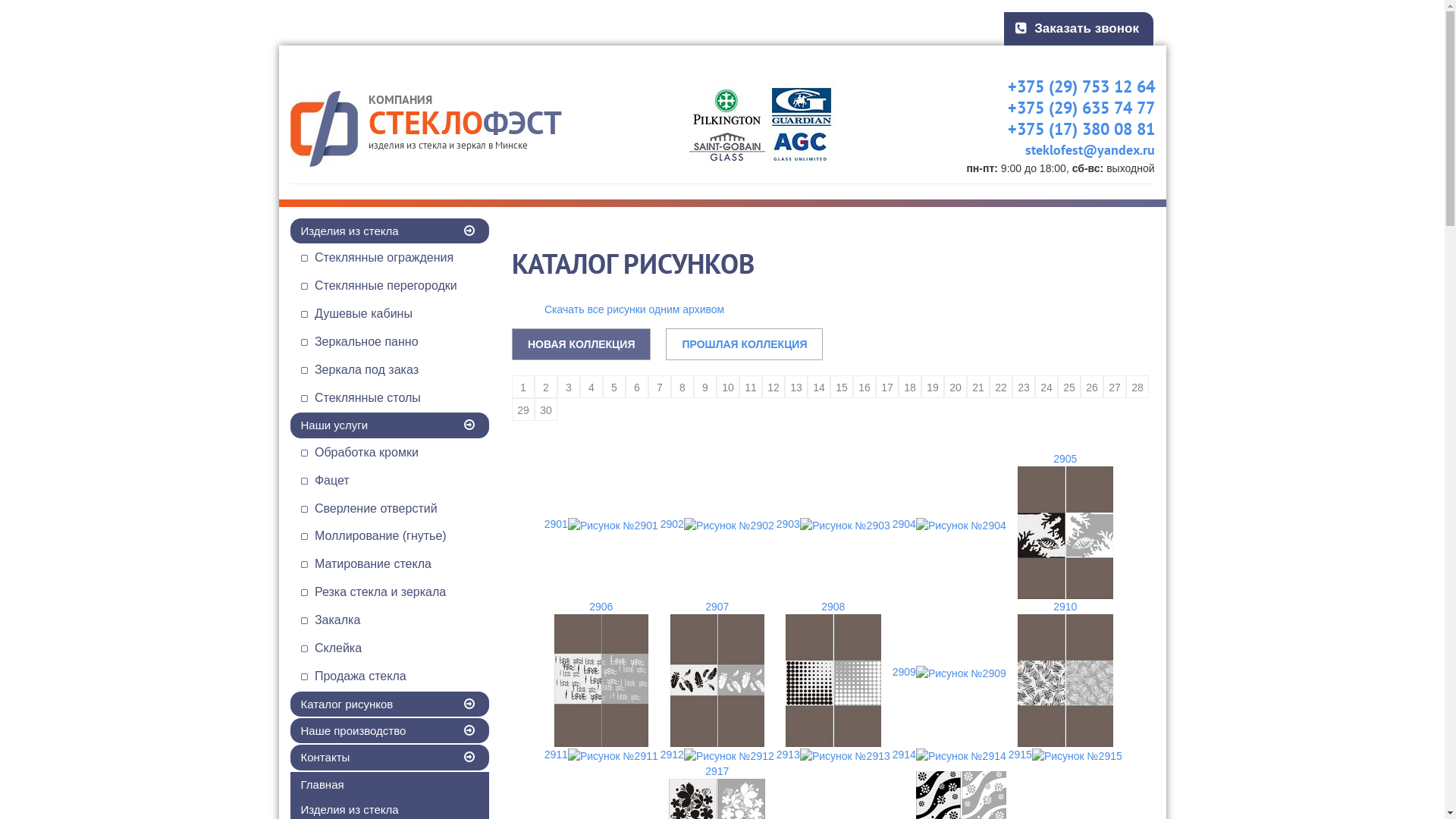  I want to click on '2905', so click(1064, 524).